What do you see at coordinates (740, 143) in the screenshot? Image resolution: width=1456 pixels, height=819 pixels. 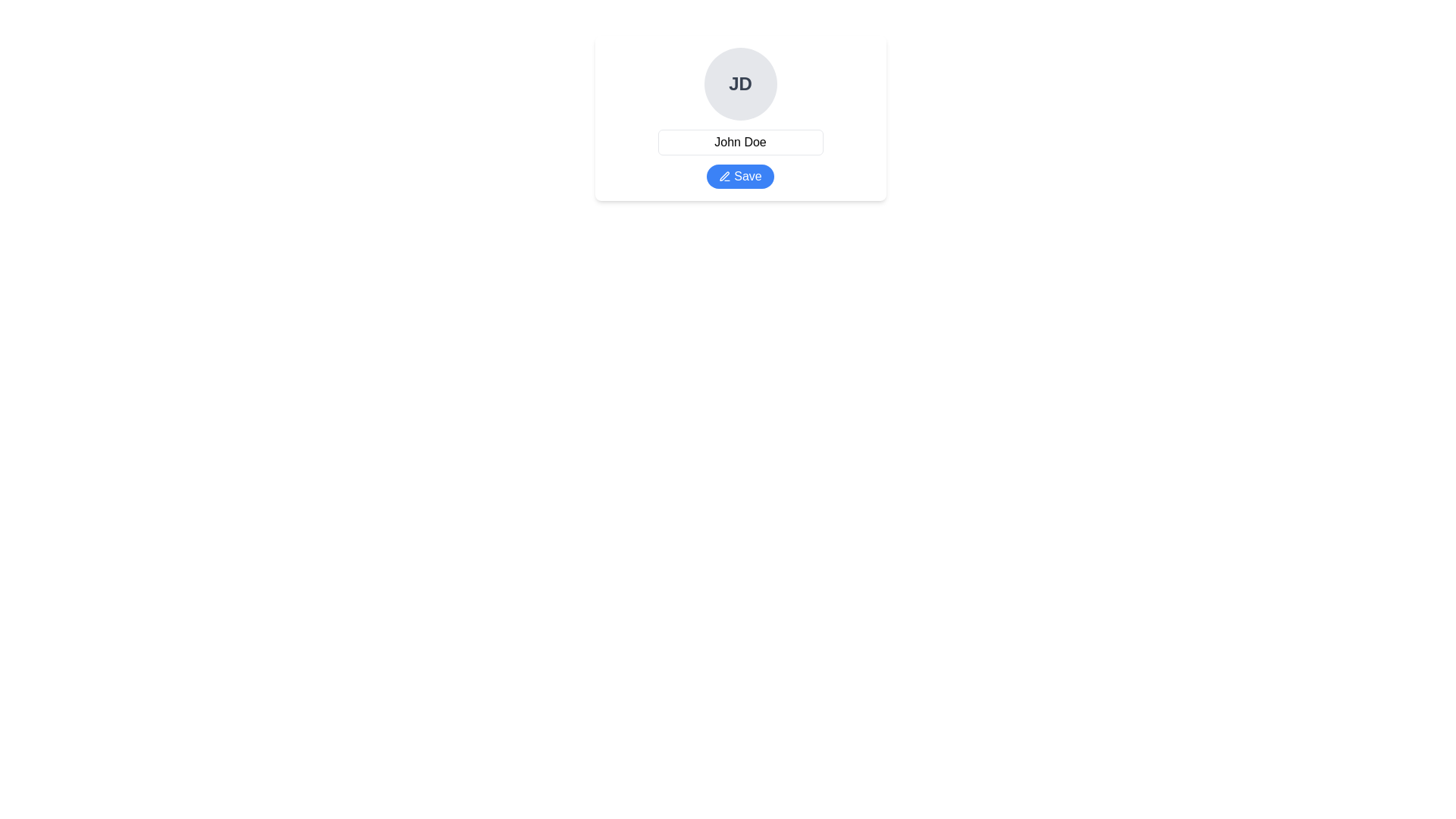 I see `the Static Text Display Field containing the text 'John Doe', which is positioned beneath the avatar circle labeled 'JD' and above the blue 'Save' button` at bounding box center [740, 143].